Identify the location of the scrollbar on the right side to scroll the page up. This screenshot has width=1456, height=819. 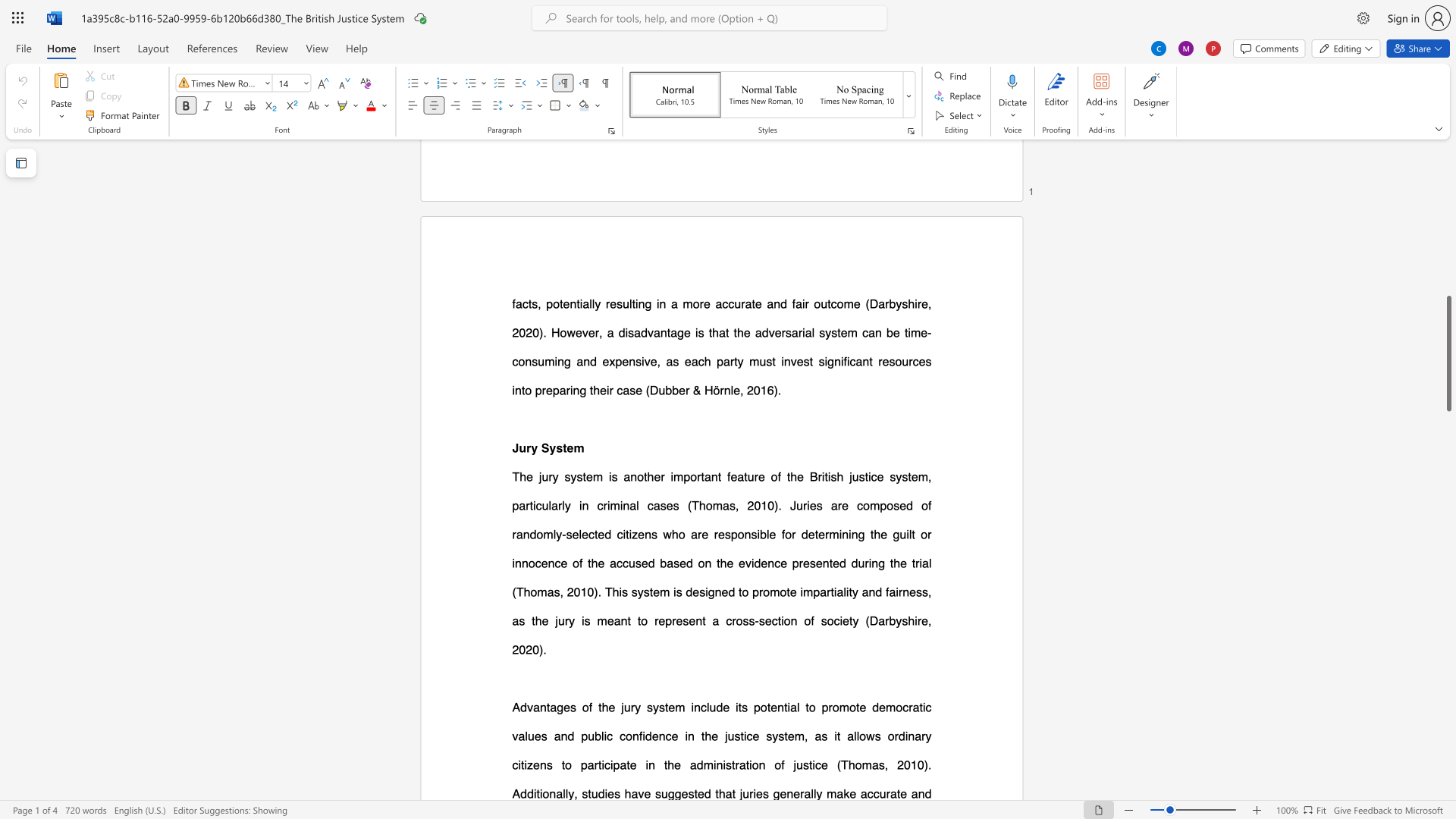
(1448, 189).